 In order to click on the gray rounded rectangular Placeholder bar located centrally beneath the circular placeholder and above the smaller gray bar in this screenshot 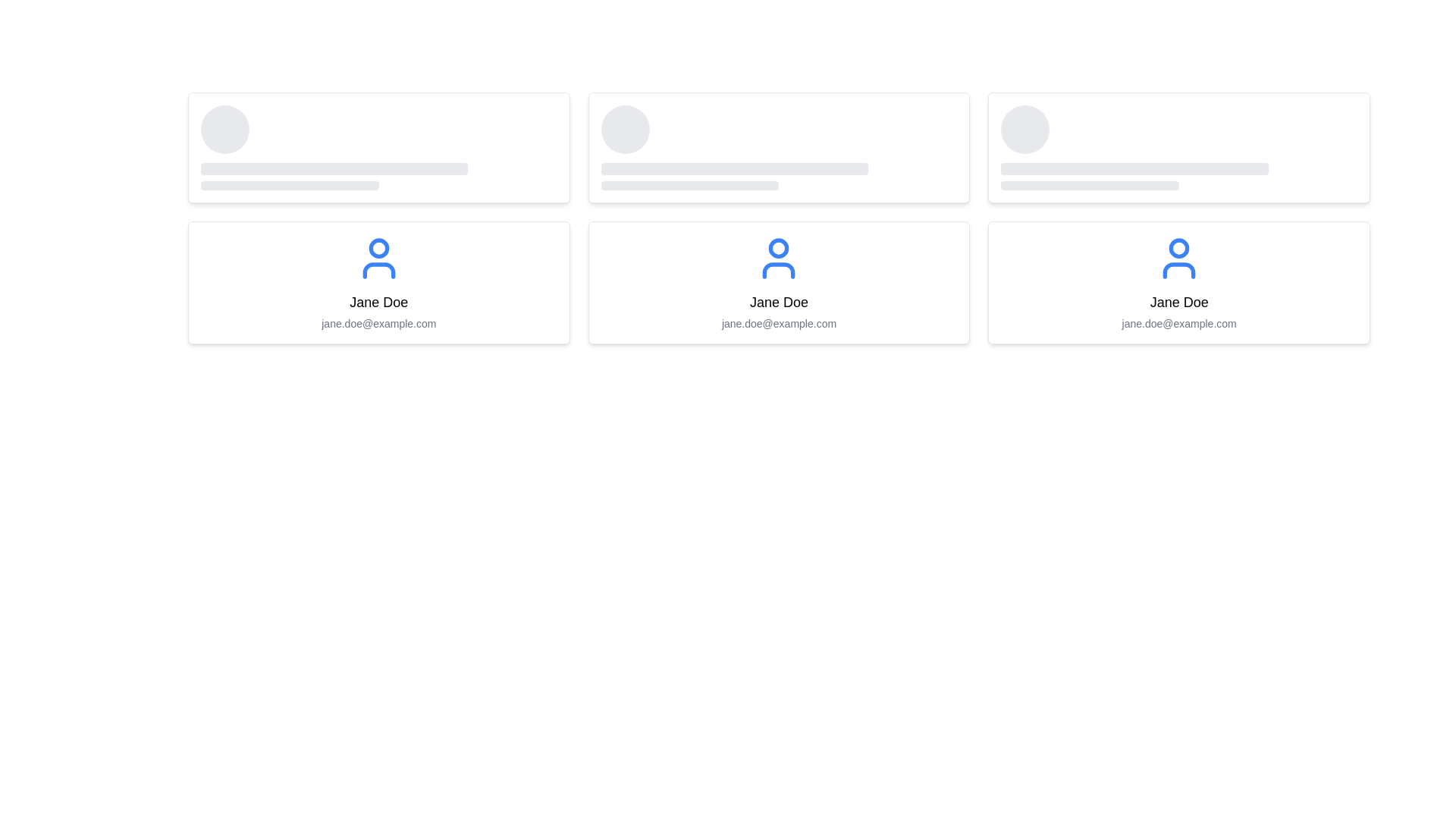, I will do `click(734, 169)`.